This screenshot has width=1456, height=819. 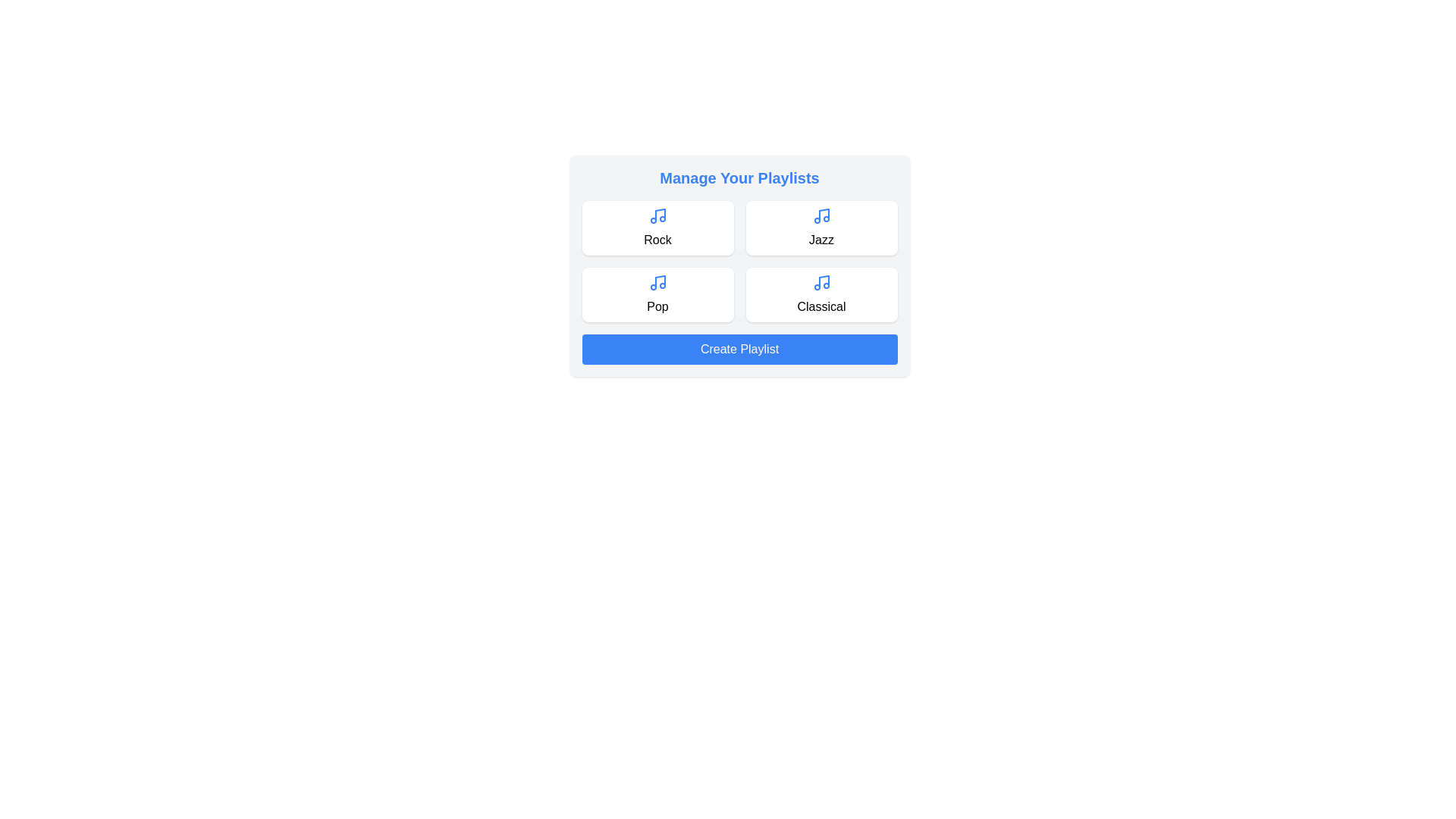 I want to click on the playlist card labeled Rock, so click(x=657, y=227).